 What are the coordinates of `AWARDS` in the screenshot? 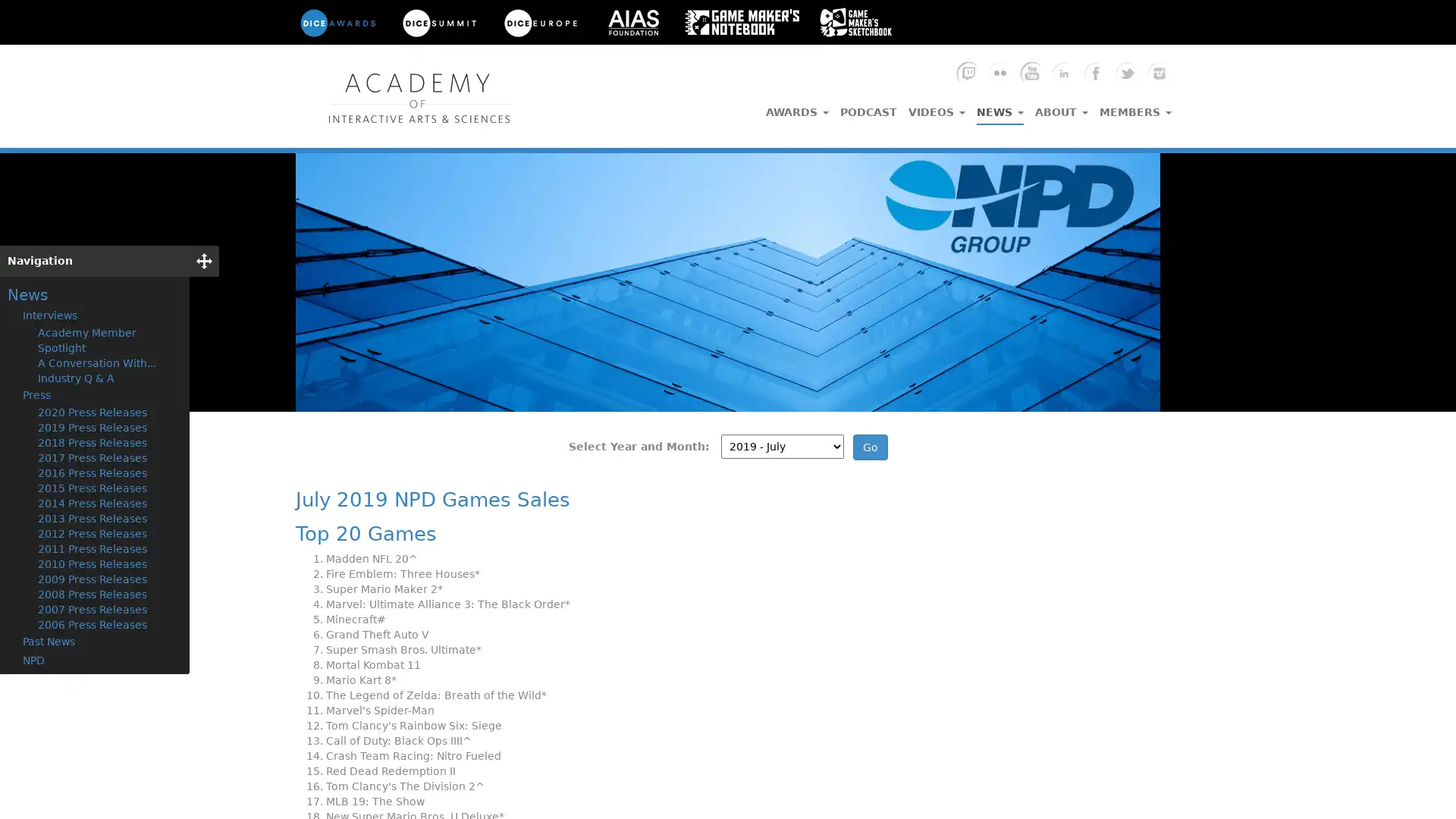 It's located at (796, 107).